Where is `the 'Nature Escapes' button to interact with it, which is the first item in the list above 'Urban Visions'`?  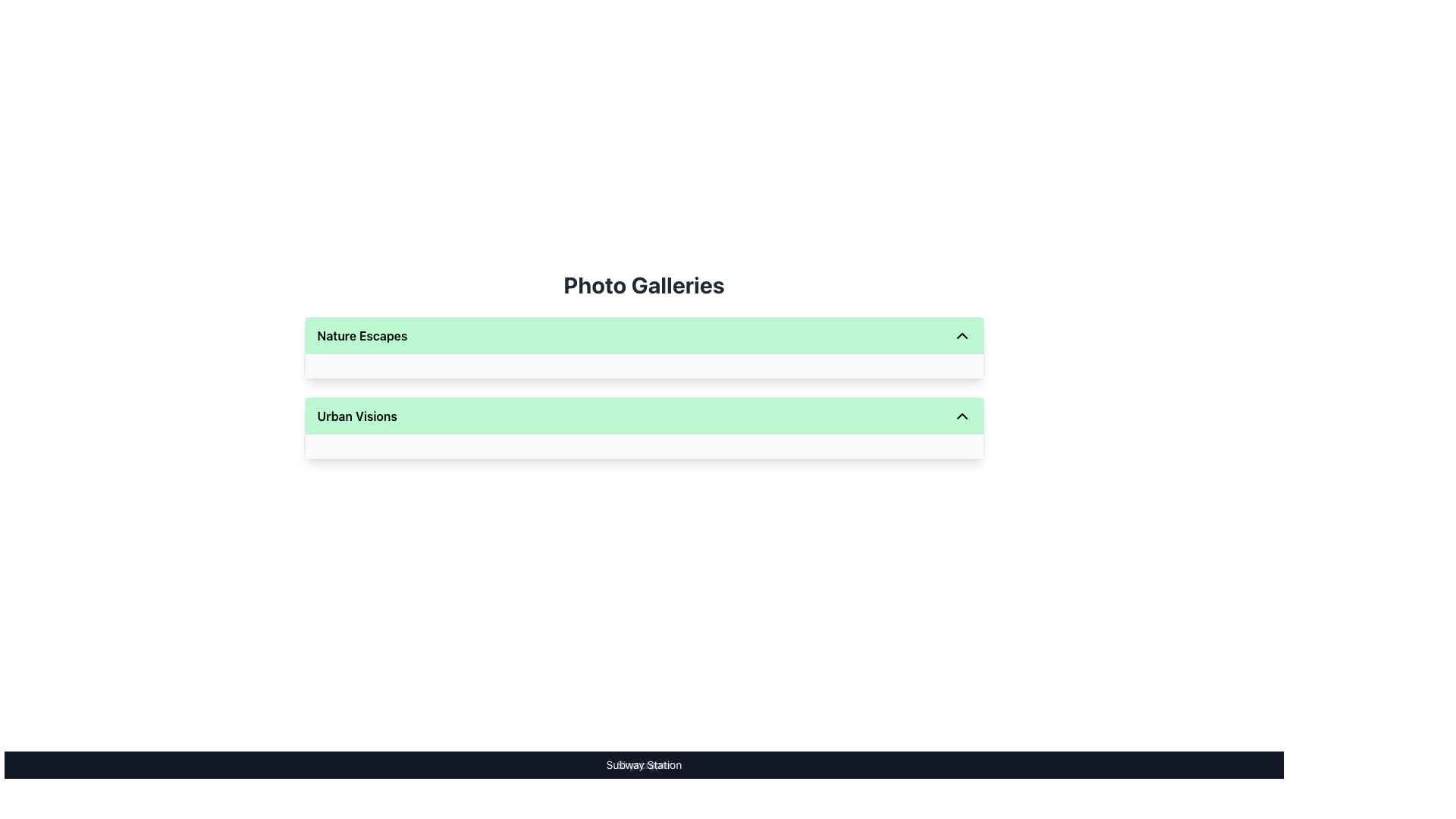
the 'Nature Escapes' button to interact with it, which is the first item in the list above 'Urban Visions' is located at coordinates (644, 335).